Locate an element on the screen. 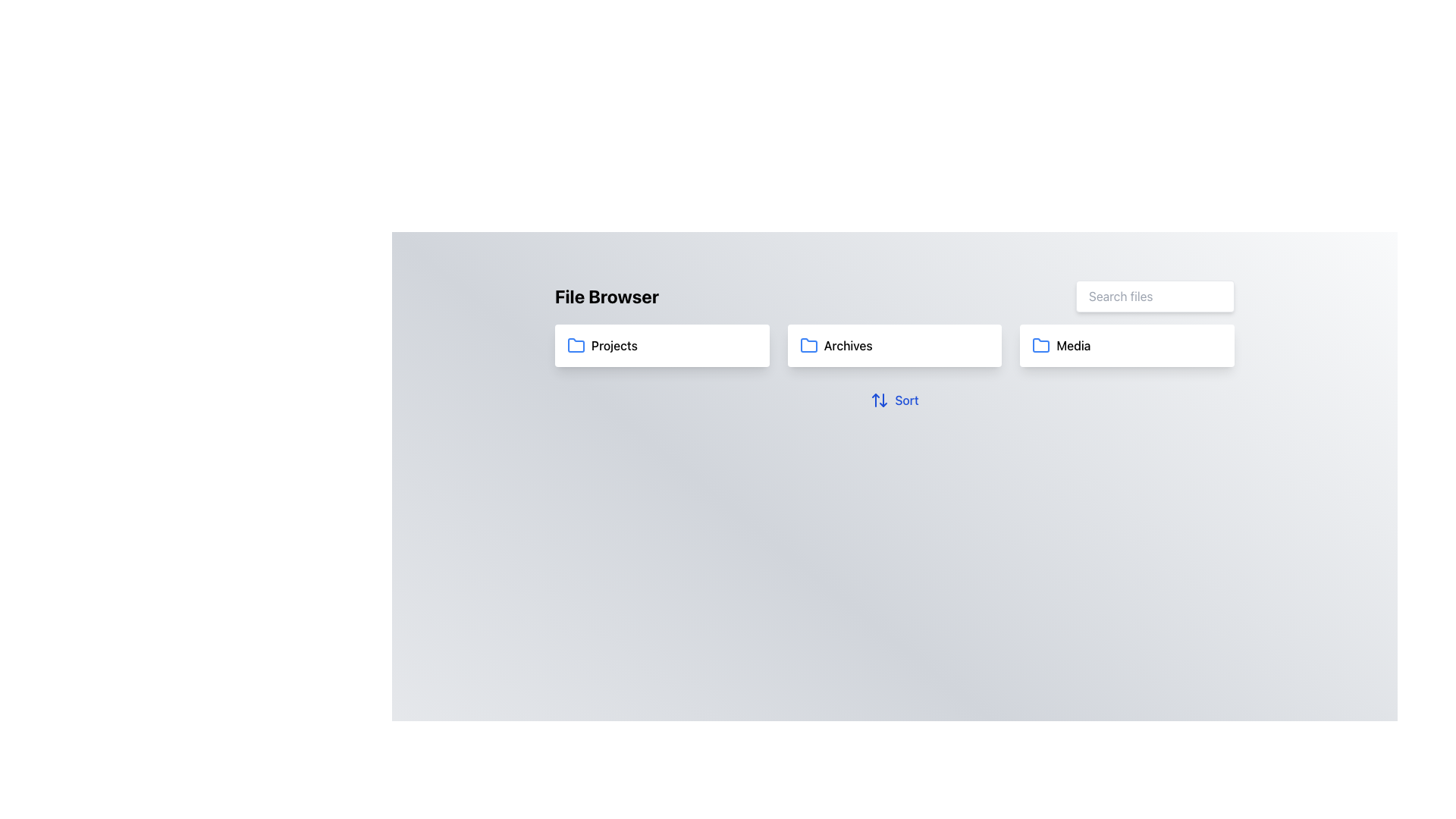 This screenshot has height=819, width=1456. the 'Sort' button, which is blue and features an arrow icon is located at coordinates (895, 400).